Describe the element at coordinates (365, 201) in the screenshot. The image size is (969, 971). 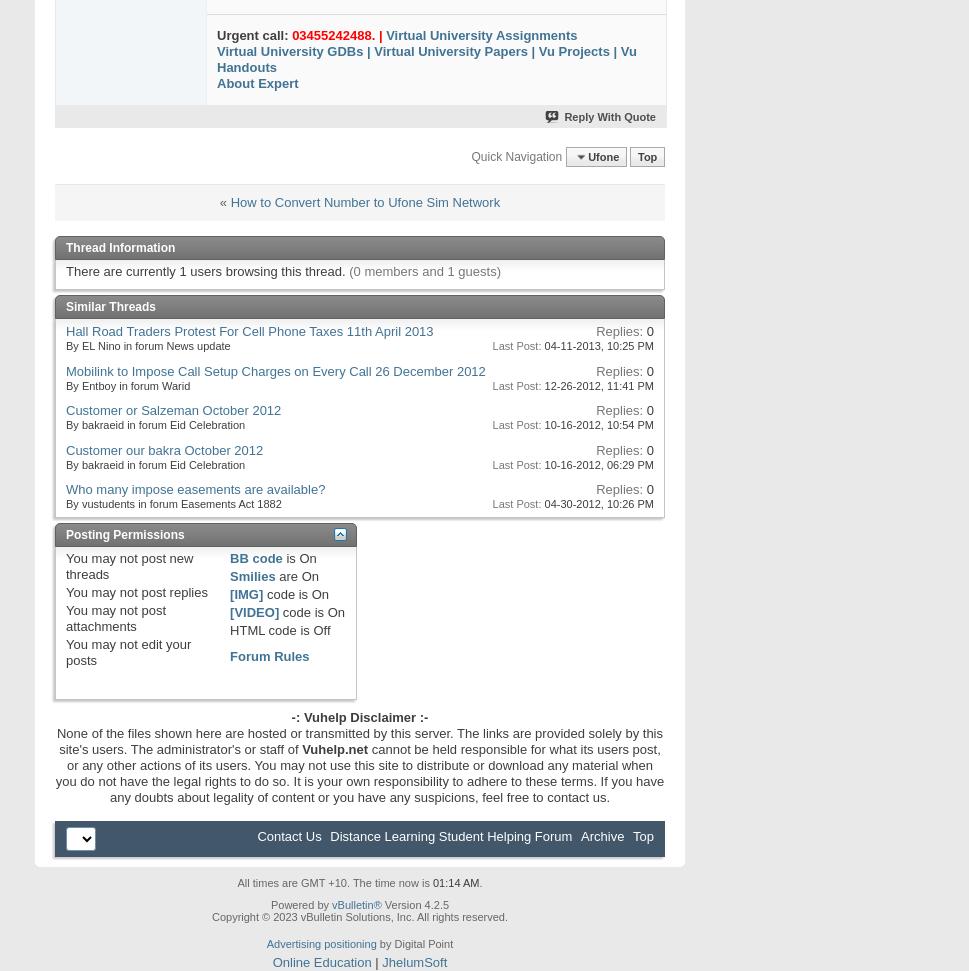
I see `'How to Convert Number to Ufone Sim Network'` at that location.